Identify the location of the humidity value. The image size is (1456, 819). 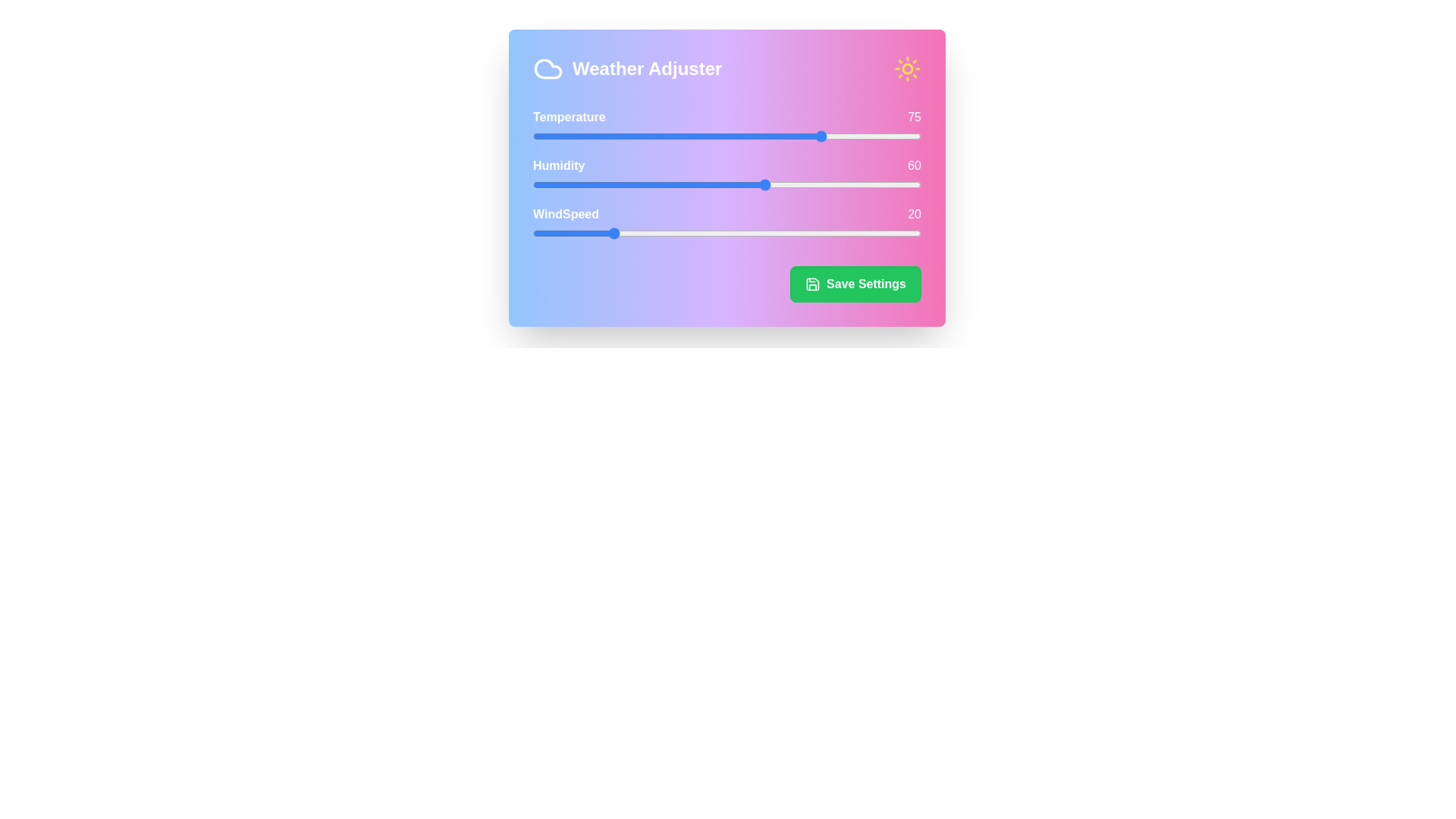
(785, 184).